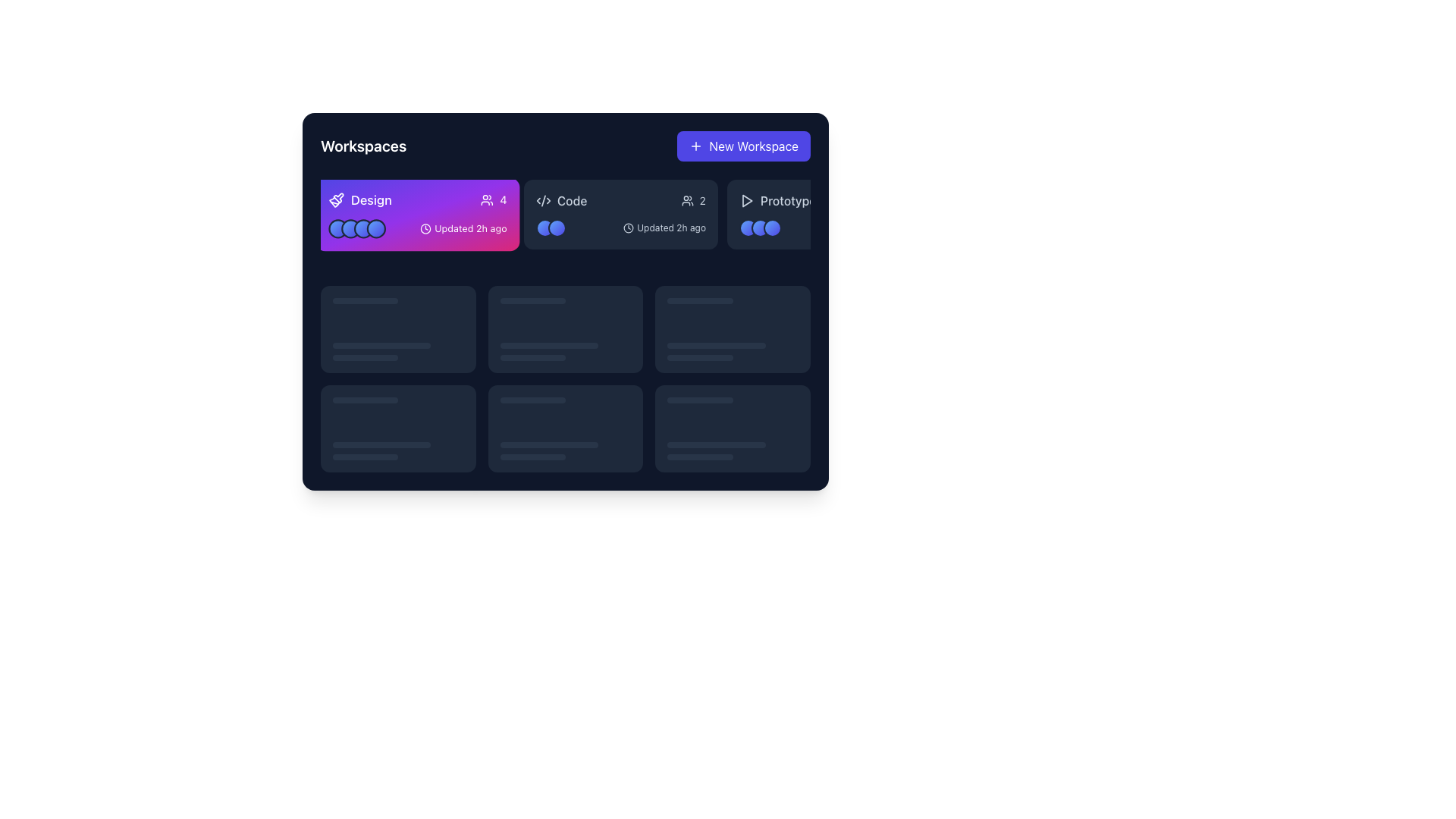 Image resolution: width=1456 pixels, height=819 pixels. Describe the element at coordinates (692, 200) in the screenshot. I see `the number of users displayed in the icon located in the upper-right area of the 'Code' workspace card header` at that location.